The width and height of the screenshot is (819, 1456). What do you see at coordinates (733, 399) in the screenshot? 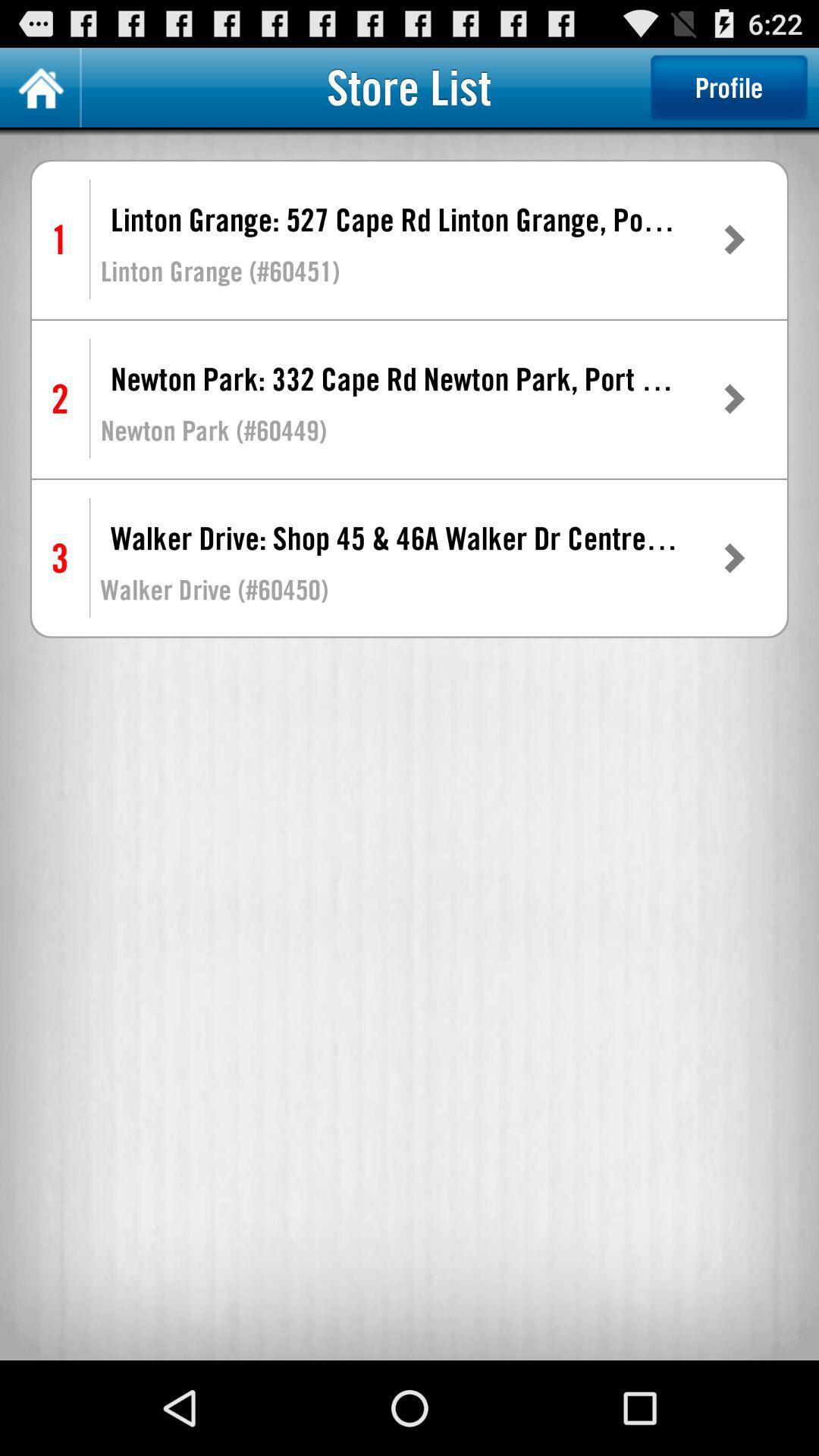
I see `the app to the right of the newton park 332 item` at bounding box center [733, 399].